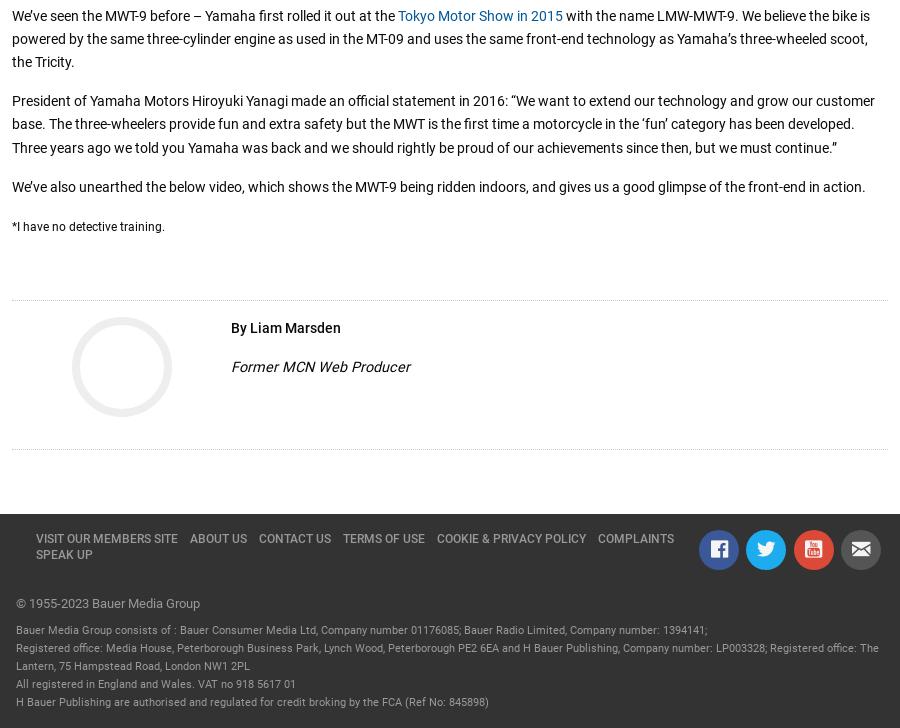  What do you see at coordinates (447, 657) in the screenshot?
I see `'Registered office: Media House, Peterborough Business Park, Lynch Wood, Peterborough PE2 6EA and H Bauer Publishing, Company number: LP003328; Registered office: The Lantern, 75 Hampstead Road, London NW1 2PL'` at bounding box center [447, 657].